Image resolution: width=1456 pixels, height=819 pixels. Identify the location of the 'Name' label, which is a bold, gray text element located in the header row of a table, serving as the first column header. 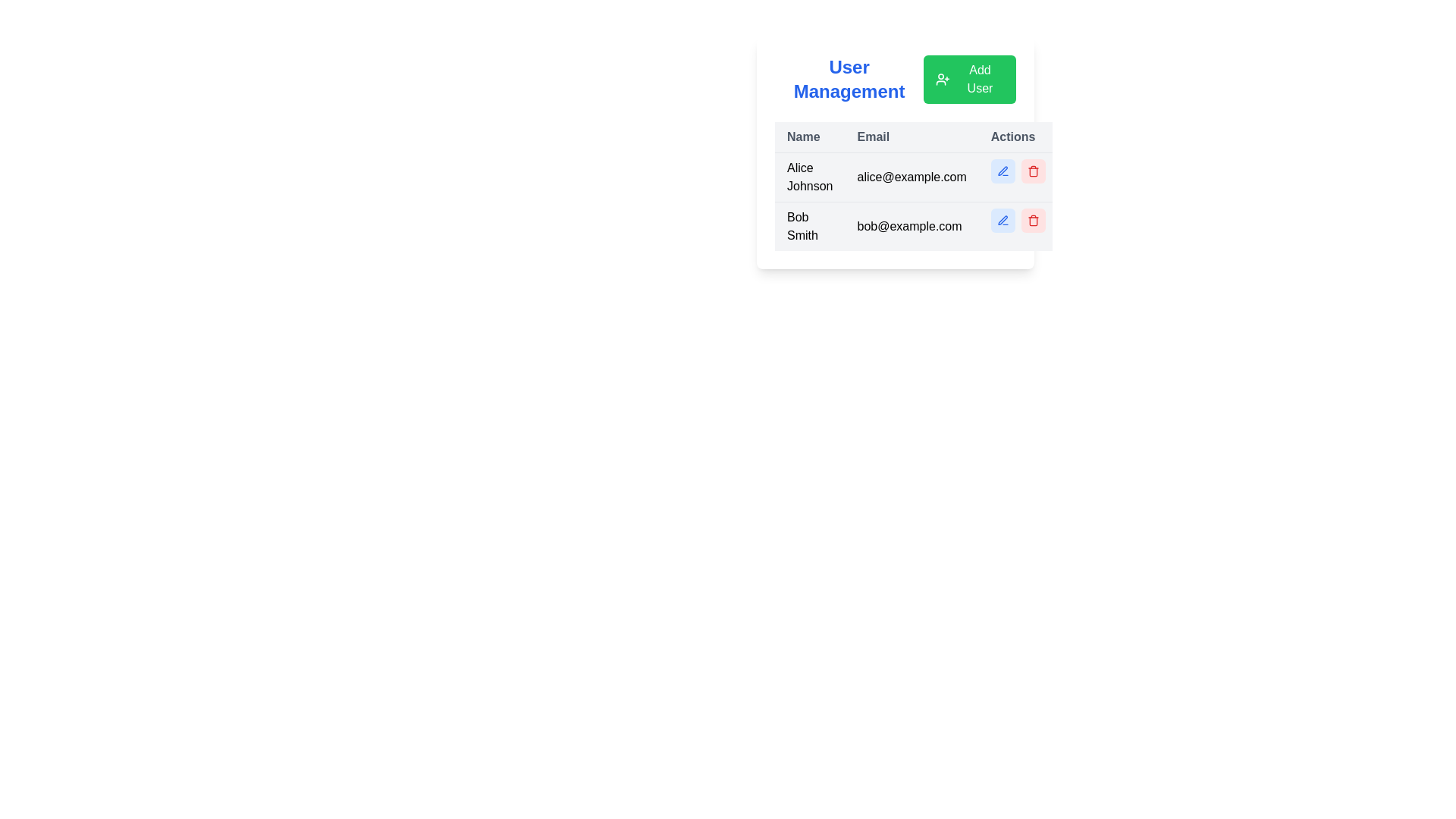
(809, 137).